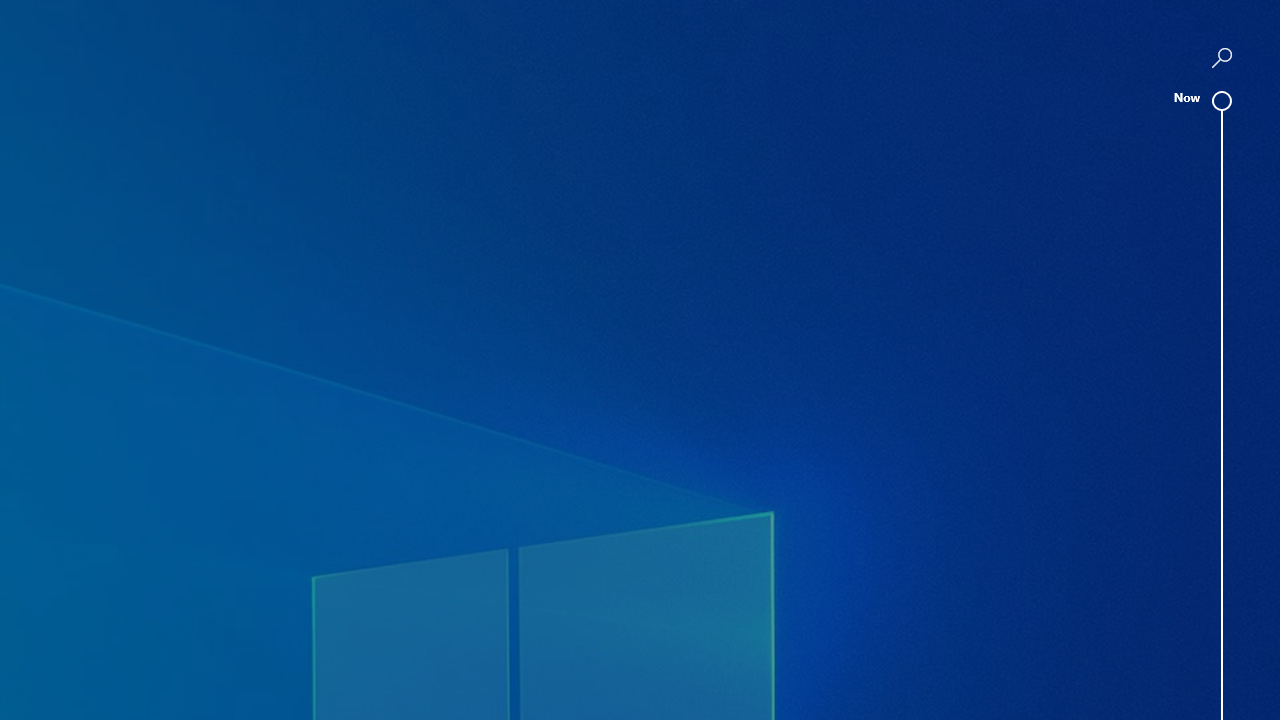 This screenshot has height=720, width=1280. Describe the element at coordinates (1220, 56) in the screenshot. I see `'AutomationID: SeparateQueryButton'` at that location.